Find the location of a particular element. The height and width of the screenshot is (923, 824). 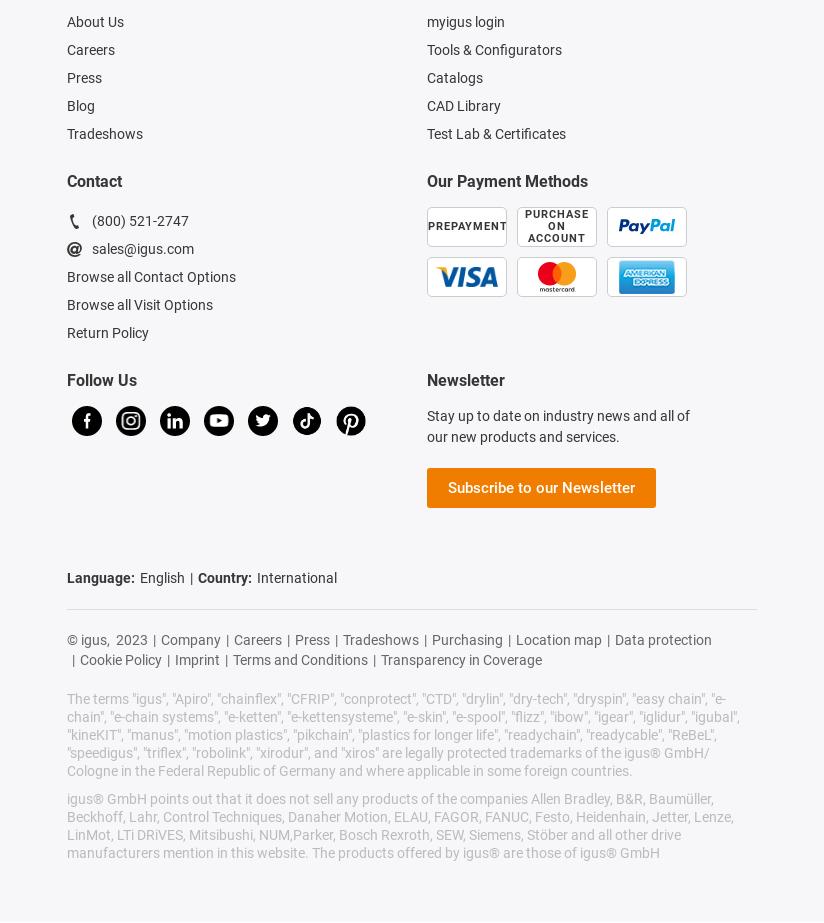

'© igus,' is located at coordinates (90, 639).